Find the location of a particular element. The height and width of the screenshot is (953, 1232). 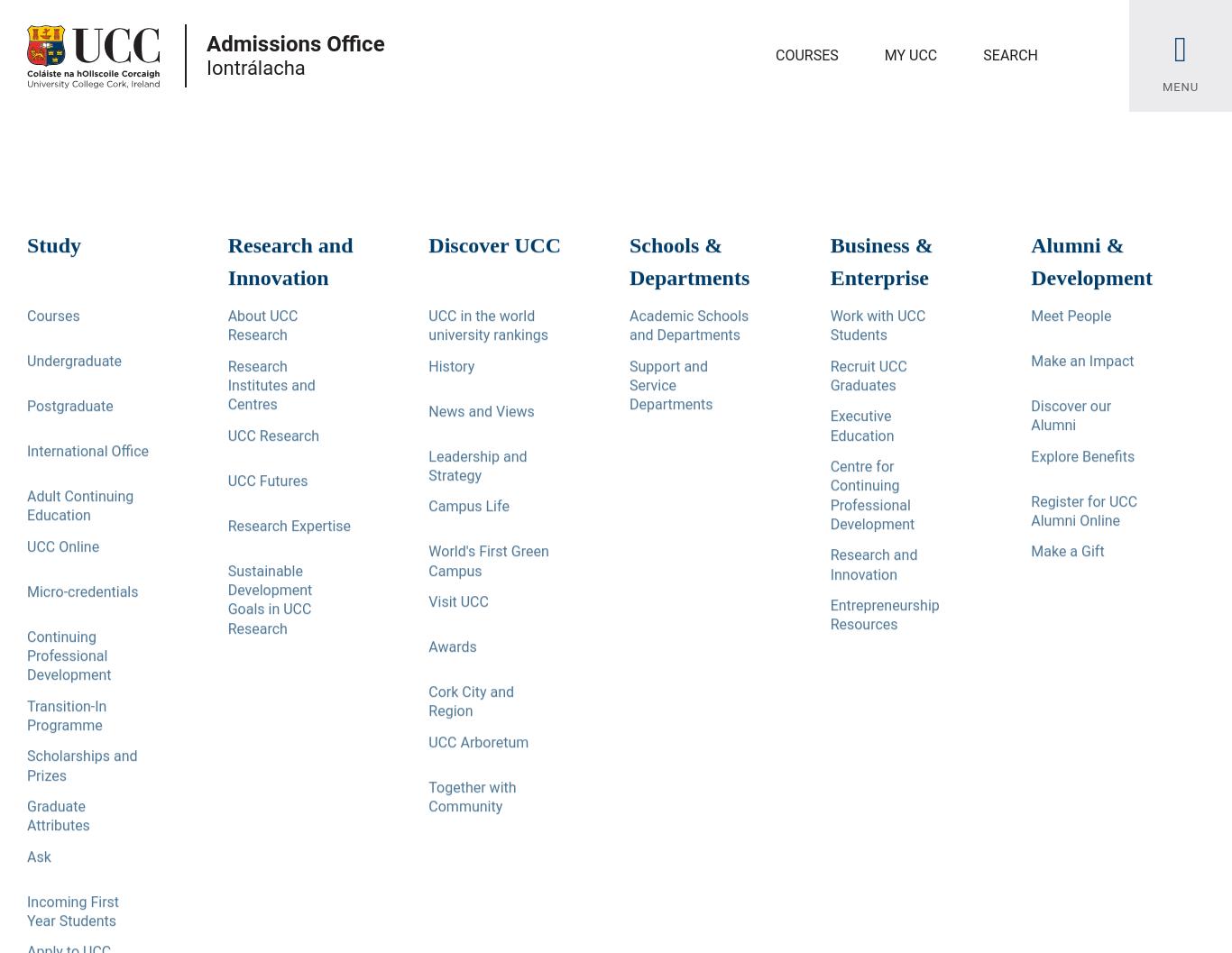

'Explore this Page' is located at coordinates (541, 384).